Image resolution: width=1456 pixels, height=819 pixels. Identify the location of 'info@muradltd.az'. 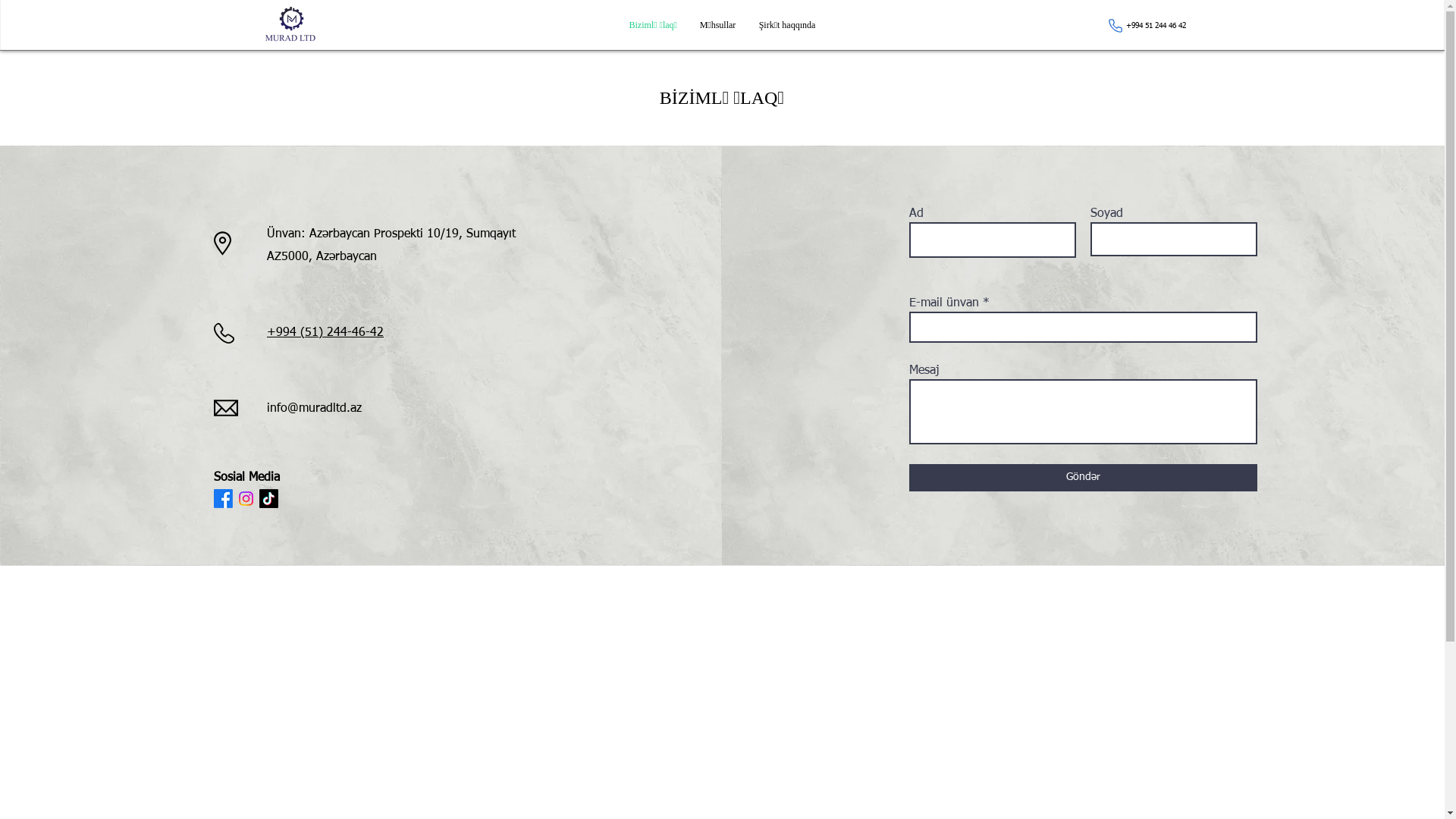
(313, 408).